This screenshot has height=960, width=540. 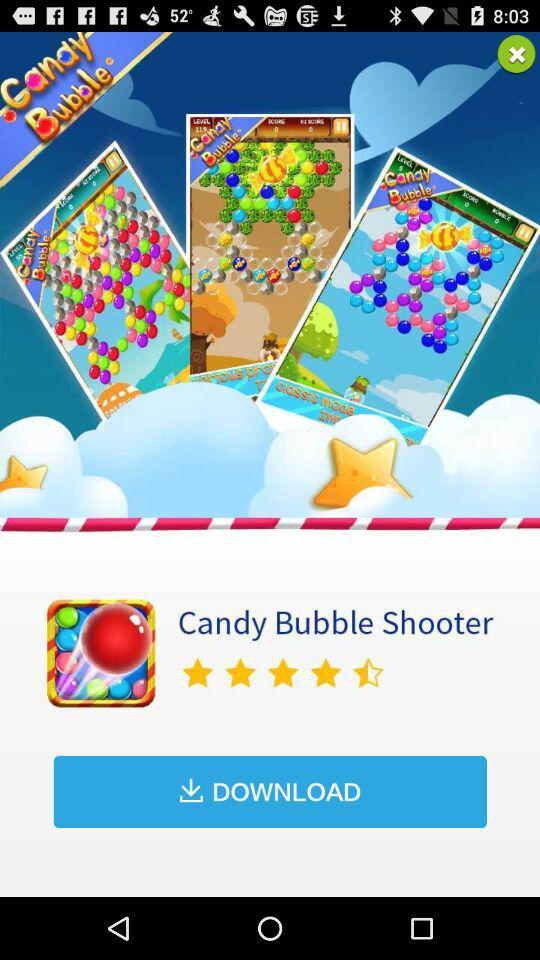 What do you see at coordinates (516, 57) in the screenshot?
I see `the close icon` at bounding box center [516, 57].